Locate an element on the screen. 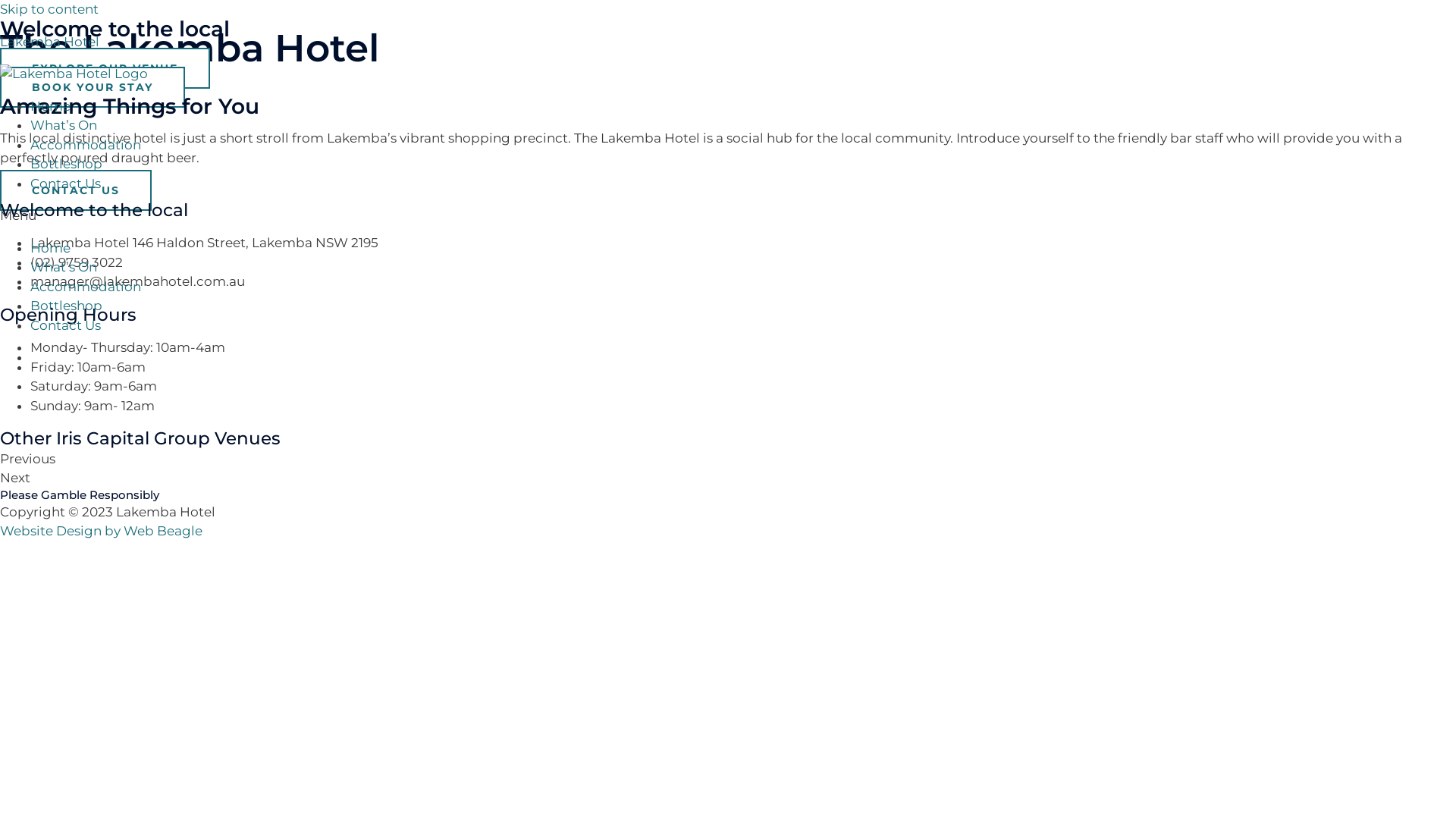 This screenshot has width=1456, height=819. 'BOOK YOUR STAY' is located at coordinates (91, 87).